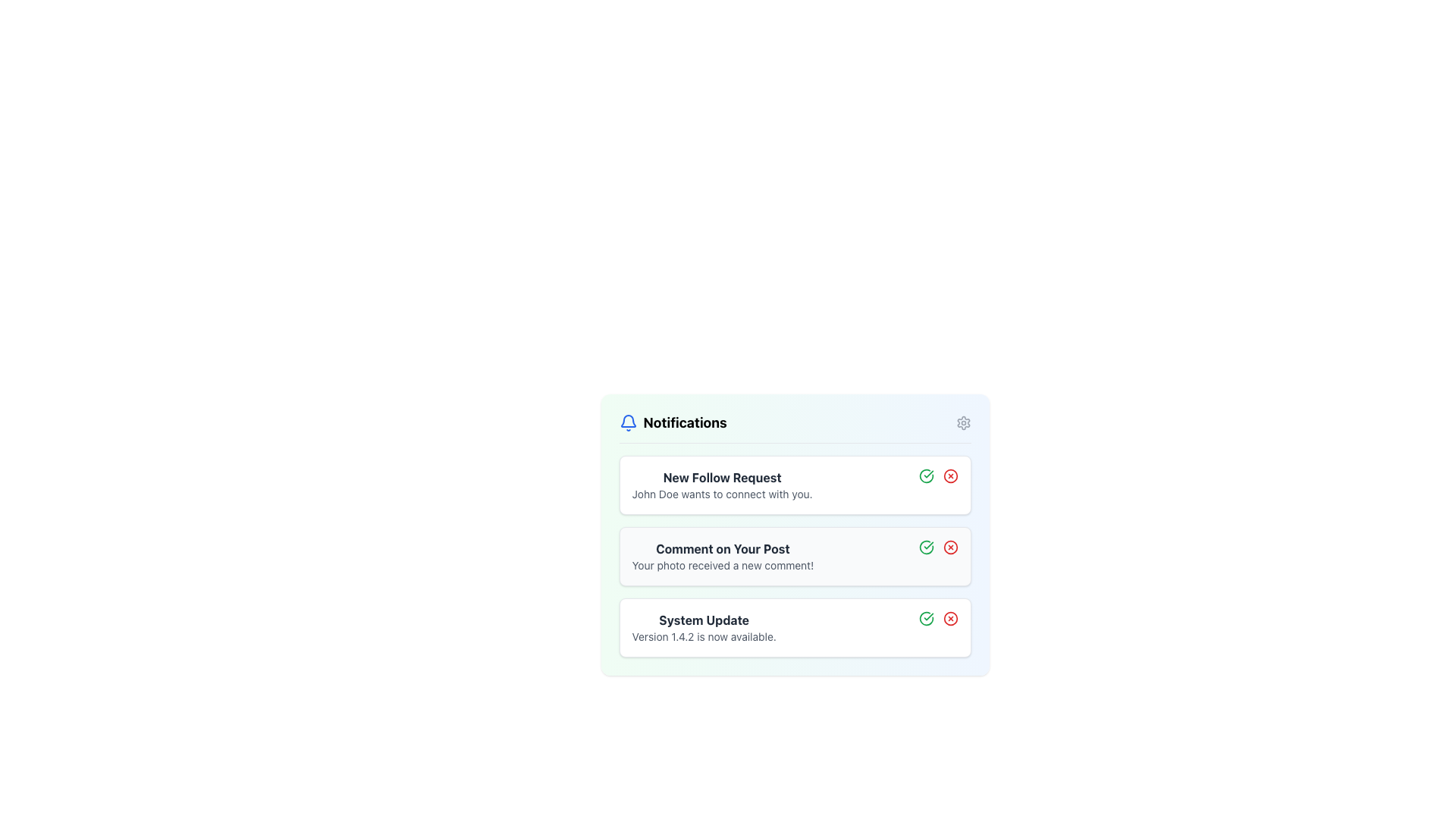  What do you see at coordinates (925, 475) in the screenshot?
I see `the graphical component within the SVG icon located in the notification card titled 'New Follow Request', positioned to the right of the text content` at bounding box center [925, 475].